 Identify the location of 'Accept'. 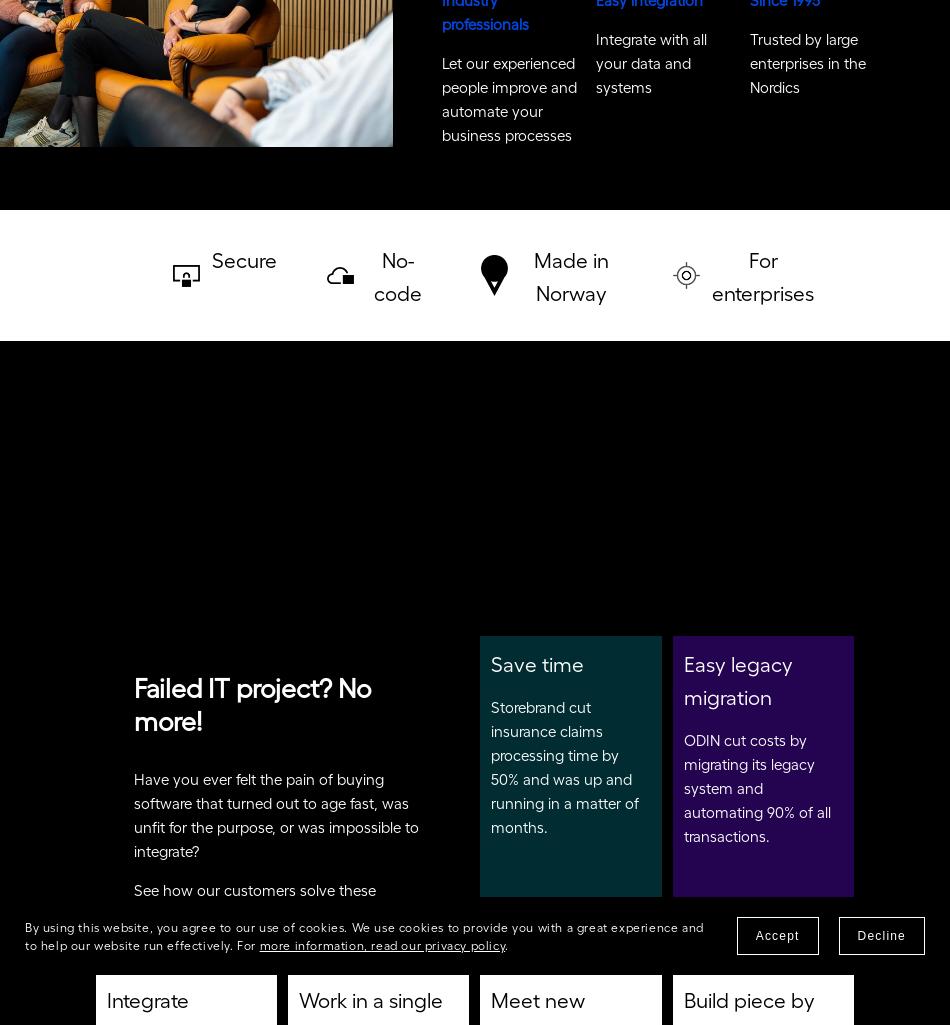
(776, 936).